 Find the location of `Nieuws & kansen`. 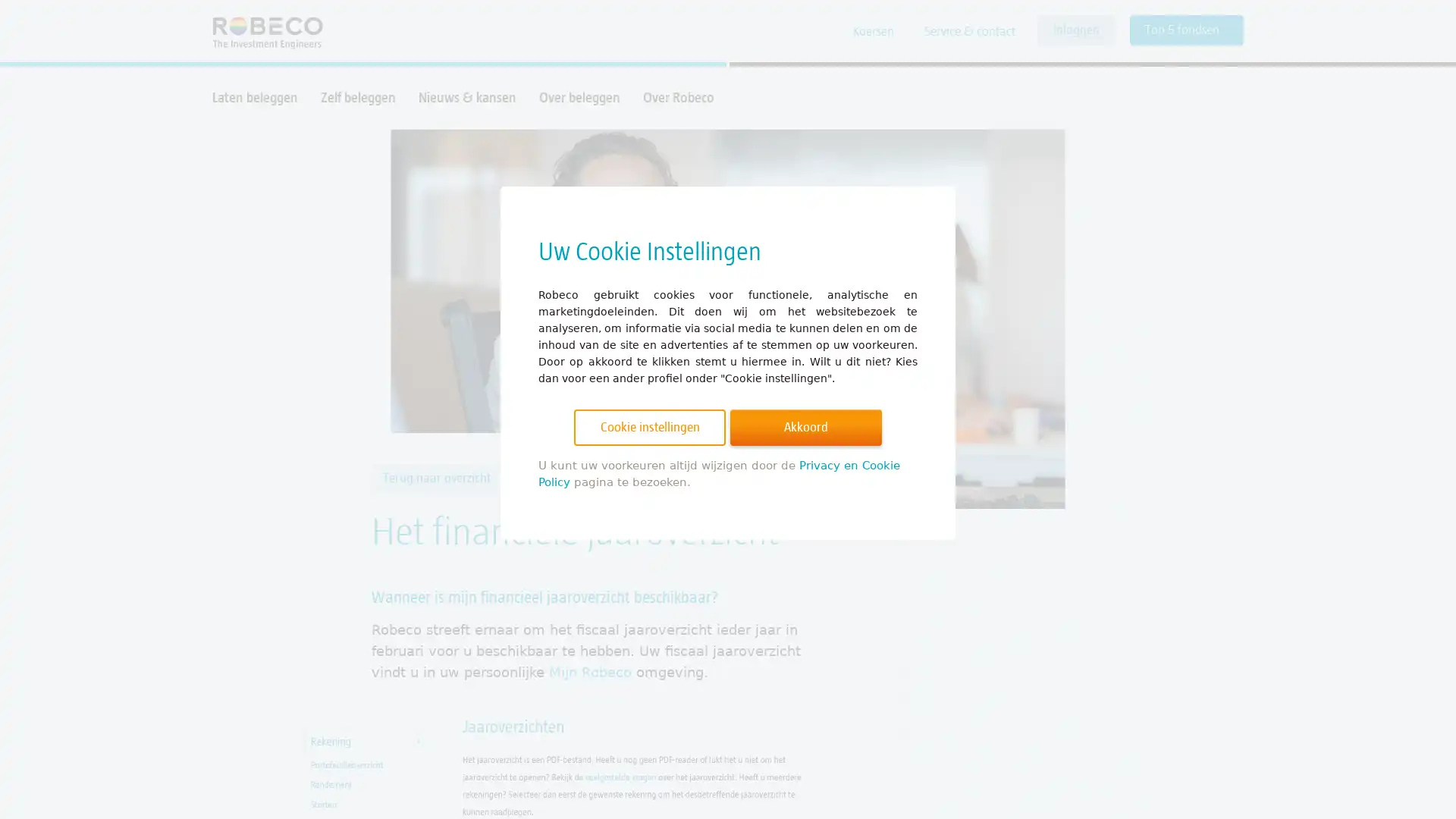

Nieuws & kansen is located at coordinates (466, 97).